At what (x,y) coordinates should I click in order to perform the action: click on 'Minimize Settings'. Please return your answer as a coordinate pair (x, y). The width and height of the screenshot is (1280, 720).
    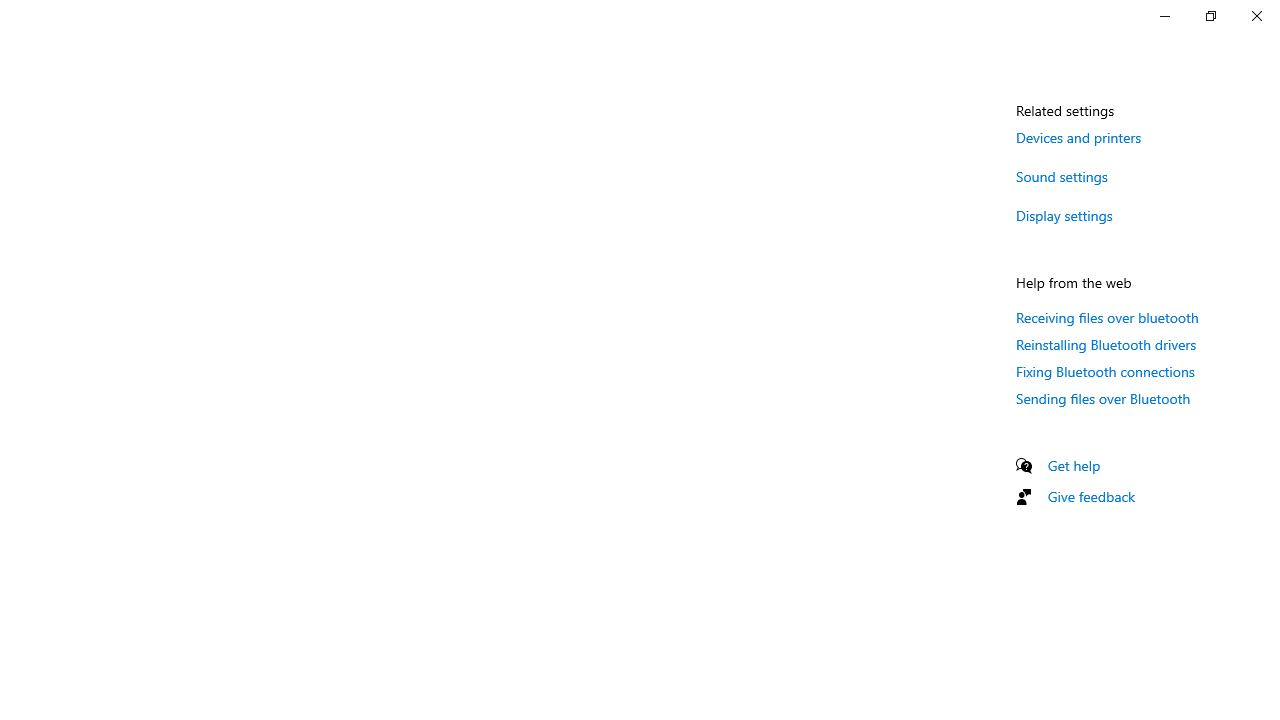
    Looking at the image, I should click on (1164, 15).